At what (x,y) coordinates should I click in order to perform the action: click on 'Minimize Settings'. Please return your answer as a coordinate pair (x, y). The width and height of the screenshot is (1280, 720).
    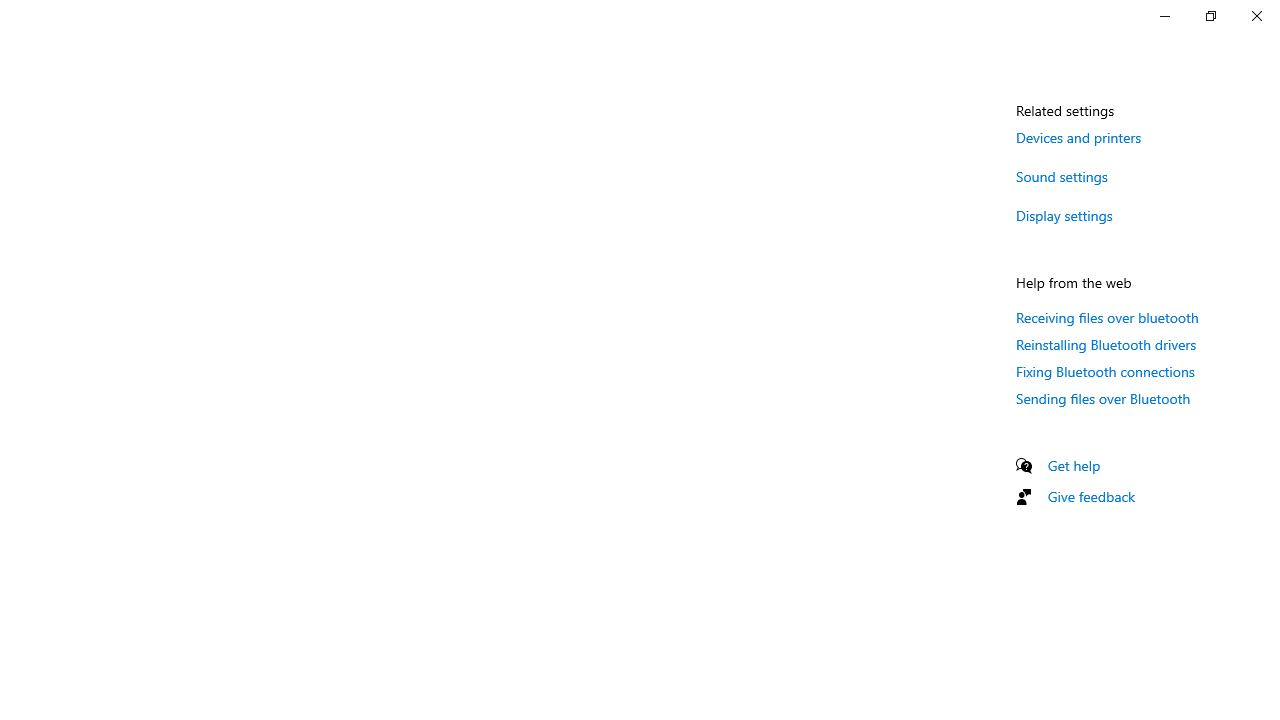
    Looking at the image, I should click on (1164, 15).